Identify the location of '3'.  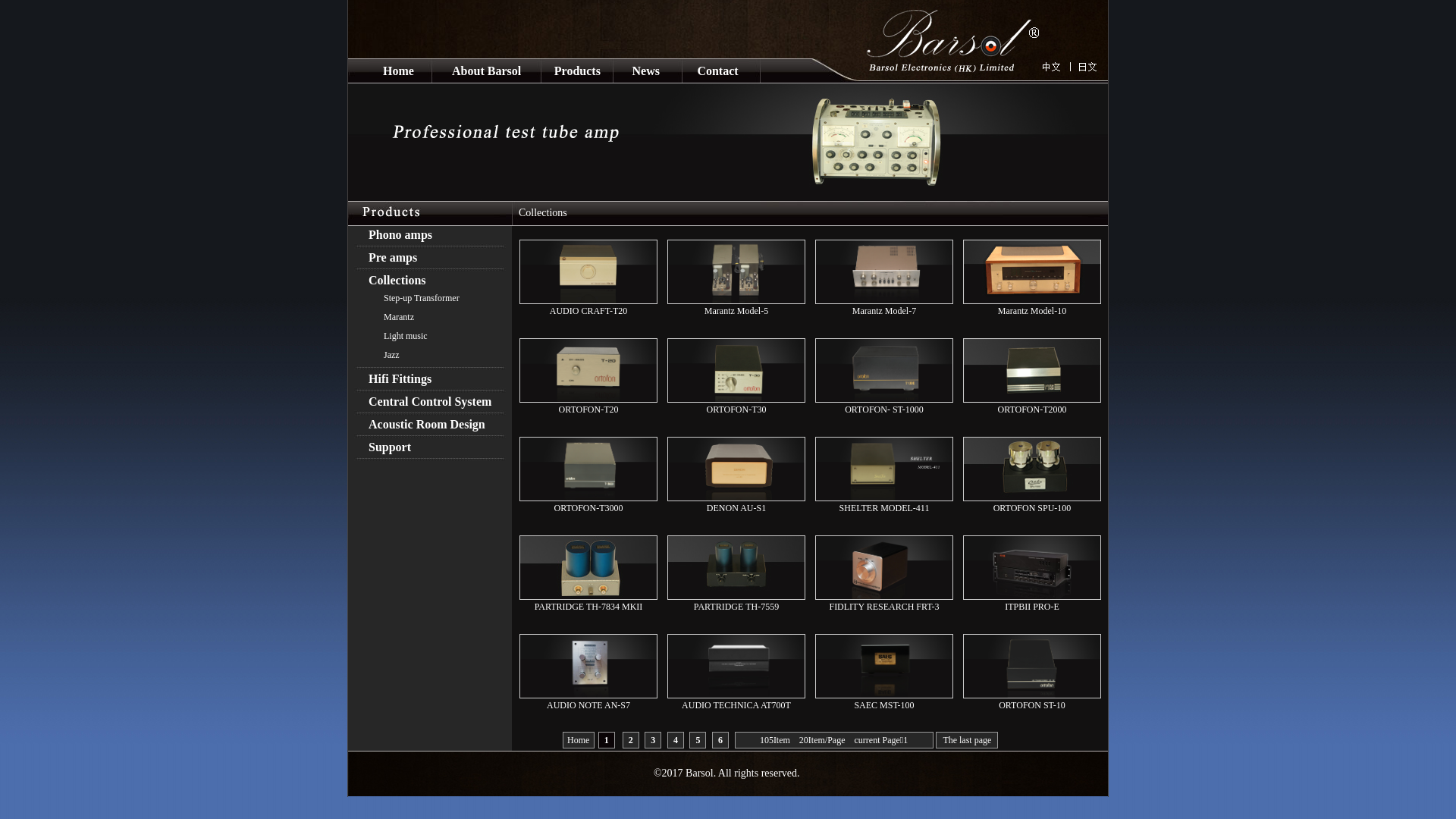
(652, 739).